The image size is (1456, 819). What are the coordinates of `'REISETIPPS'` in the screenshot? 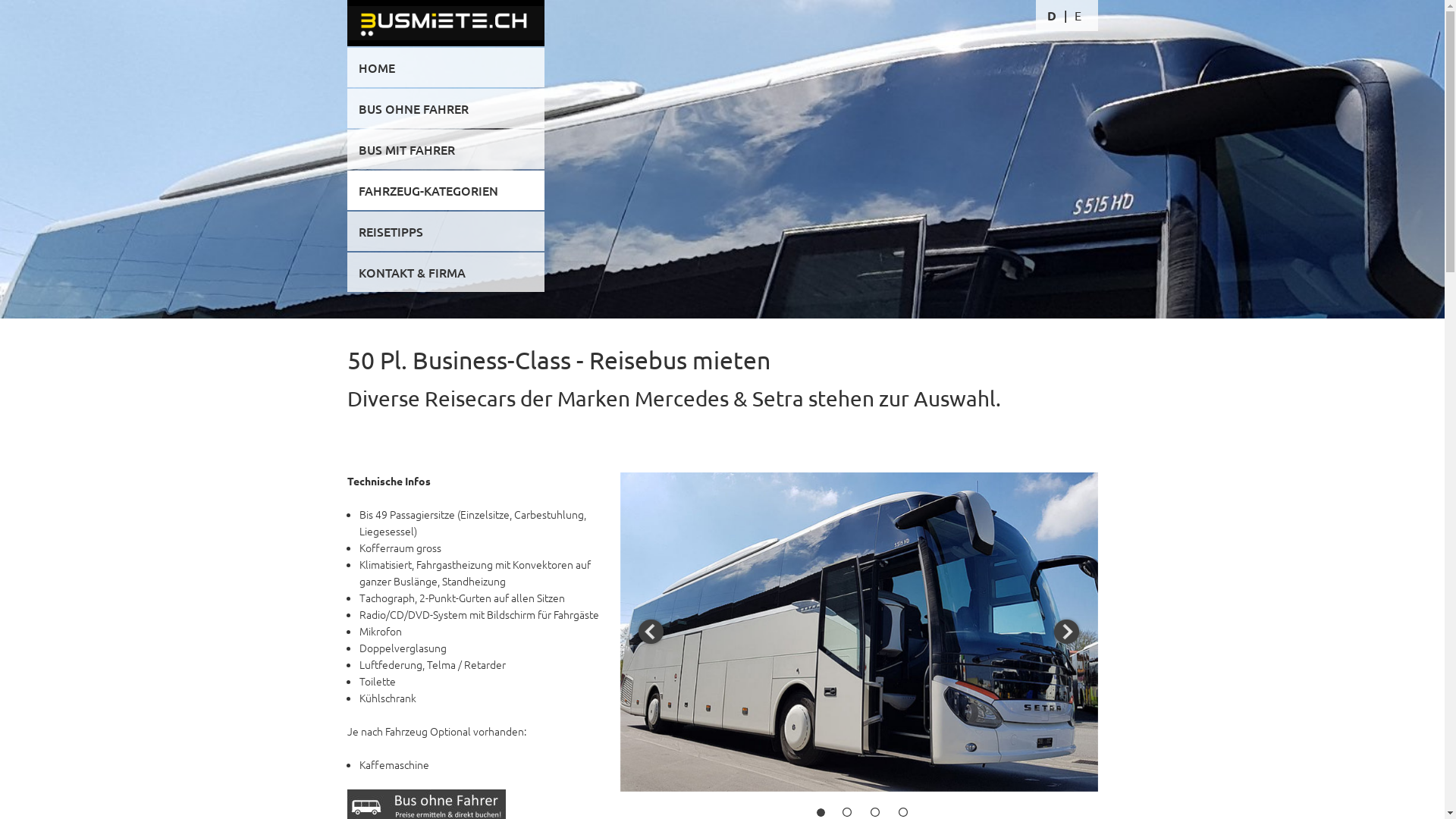 It's located at (346, 231).